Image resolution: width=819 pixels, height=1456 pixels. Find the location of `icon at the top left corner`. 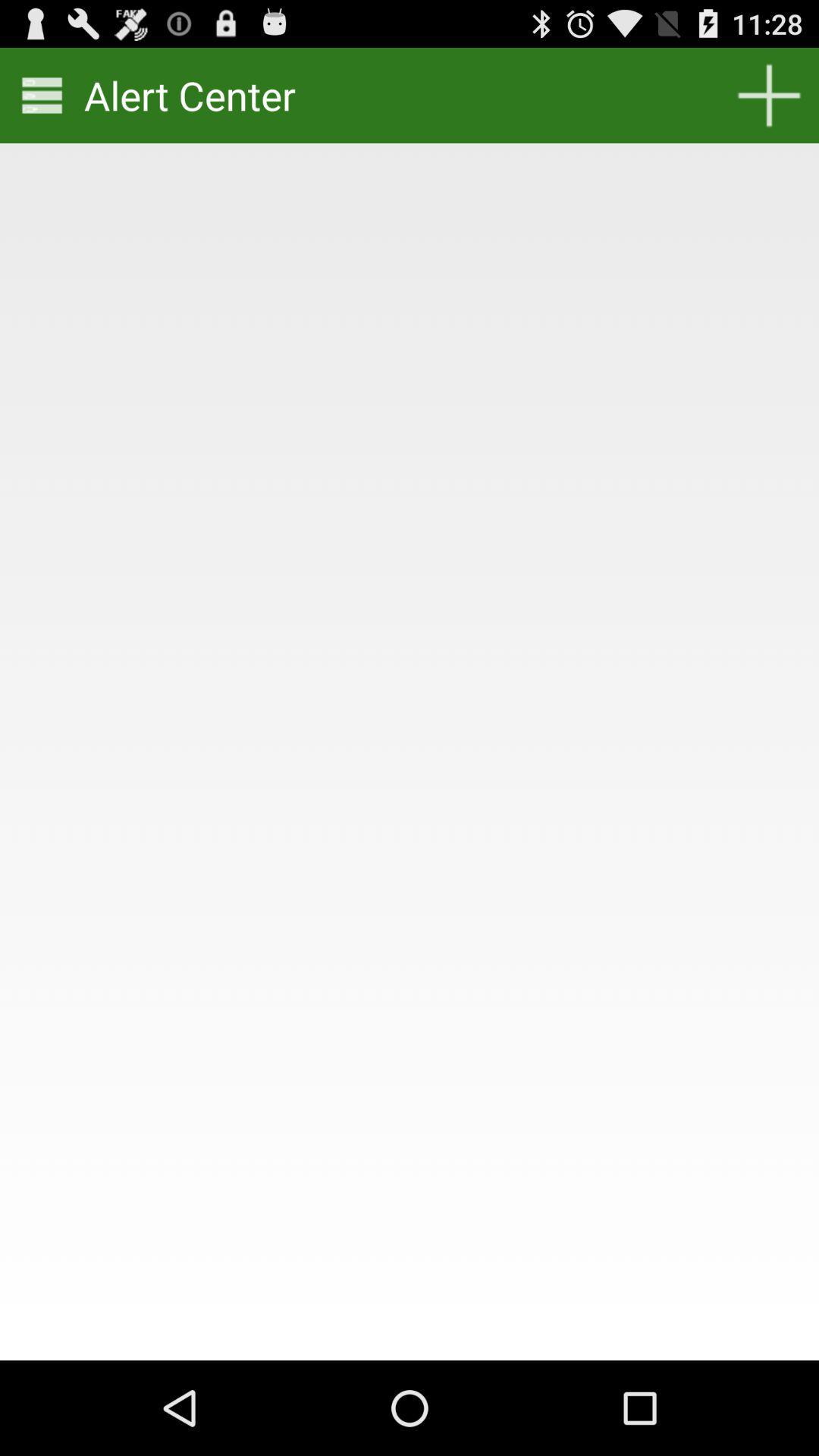

icon at the top left corner is located at coordinates (41, 94).